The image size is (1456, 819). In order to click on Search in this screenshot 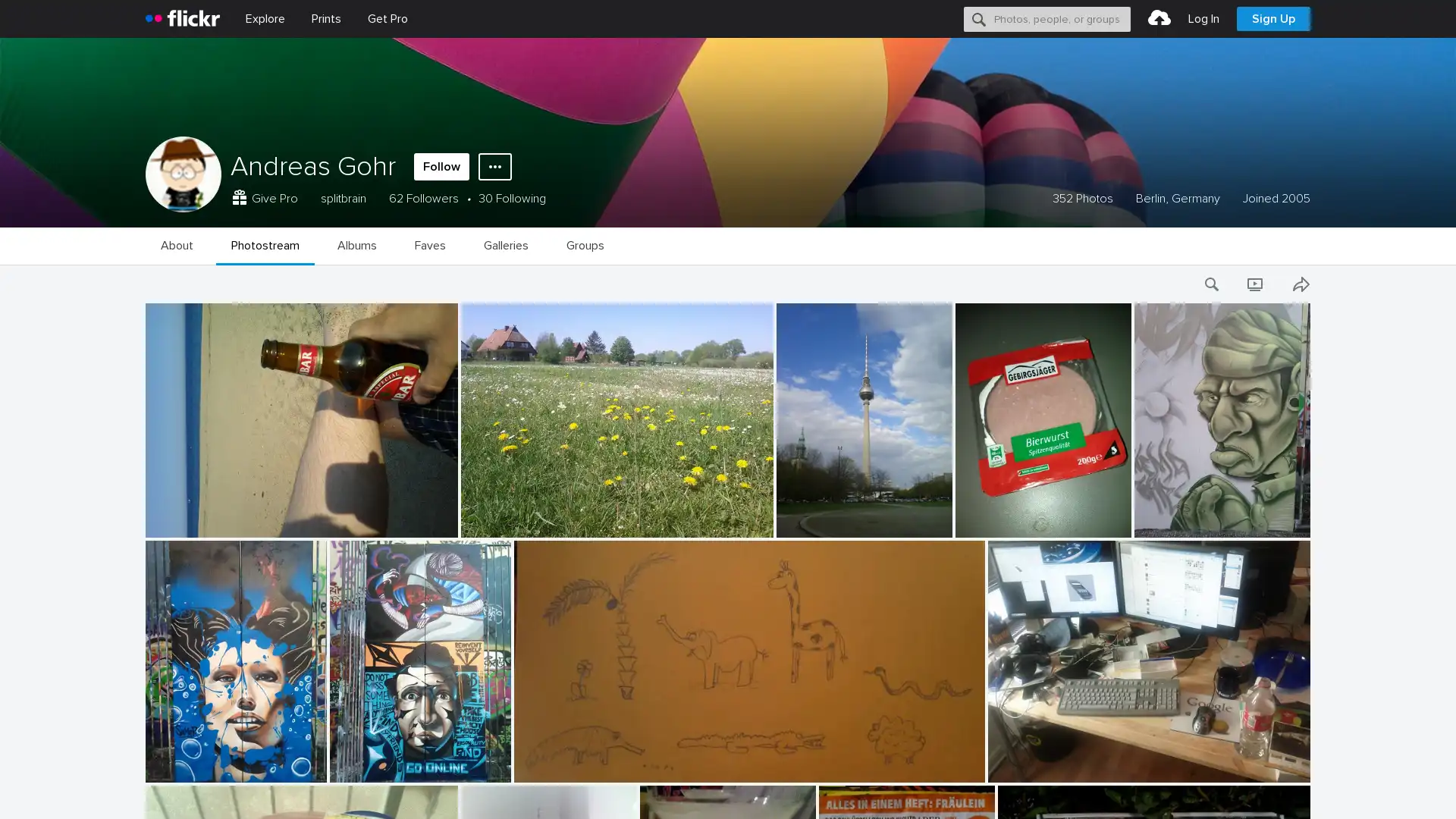, I will do `click(979, 18)`.